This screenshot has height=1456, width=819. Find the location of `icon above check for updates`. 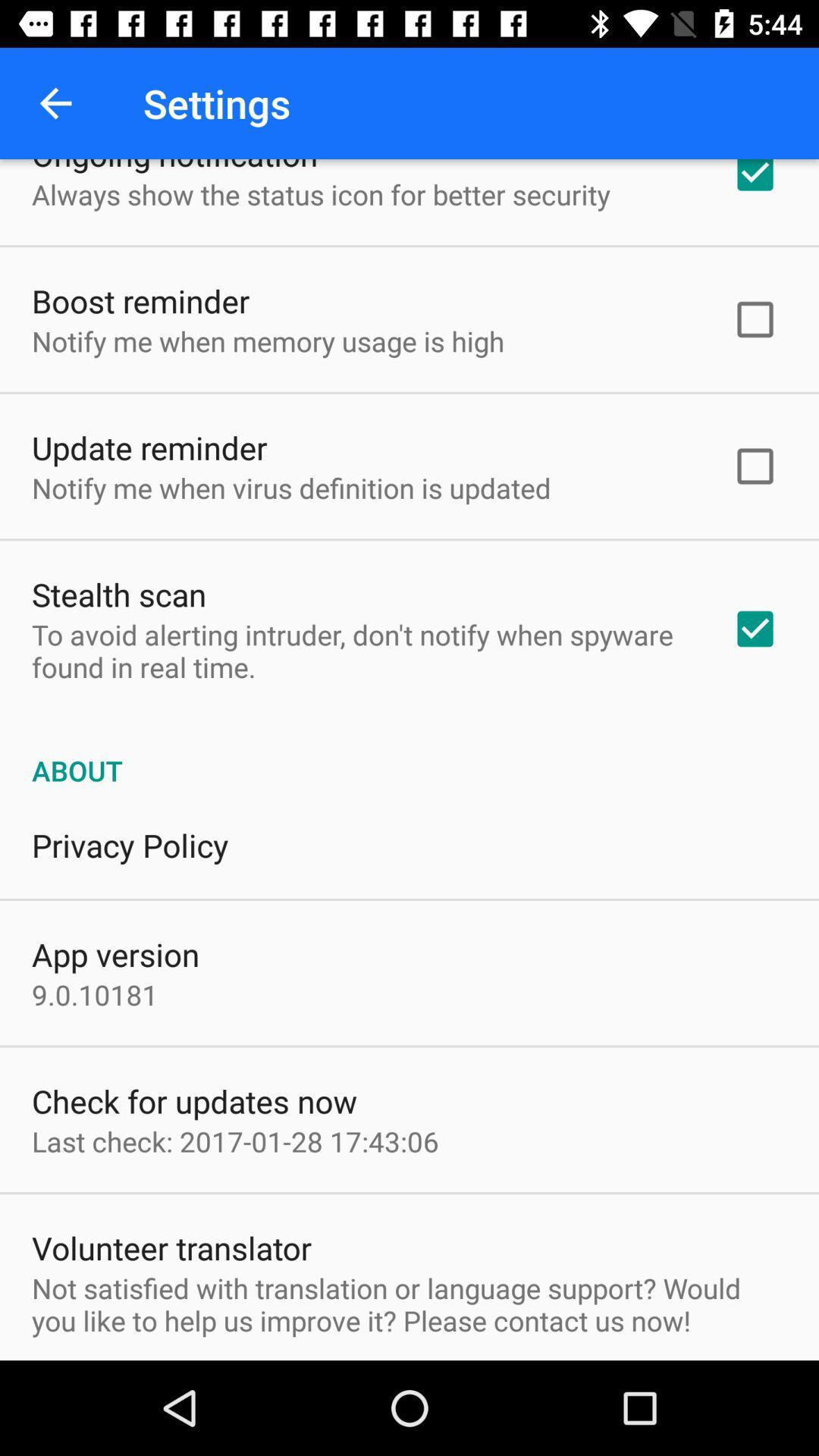

icon above check for updates is located at coordinates (95, 994).